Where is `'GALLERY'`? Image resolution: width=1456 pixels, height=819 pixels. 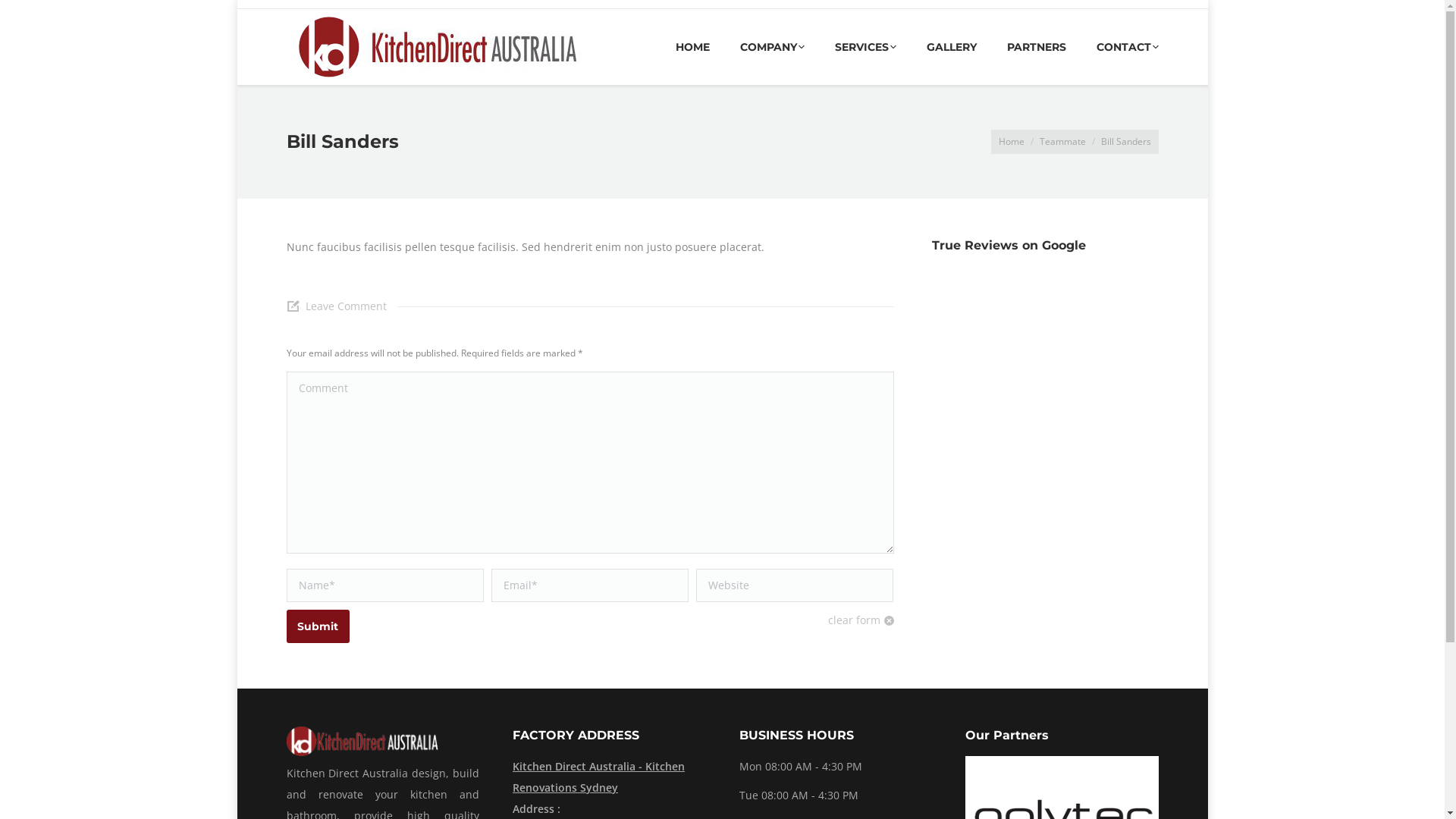 'GALLERY' is located at coordinates (950, 45).